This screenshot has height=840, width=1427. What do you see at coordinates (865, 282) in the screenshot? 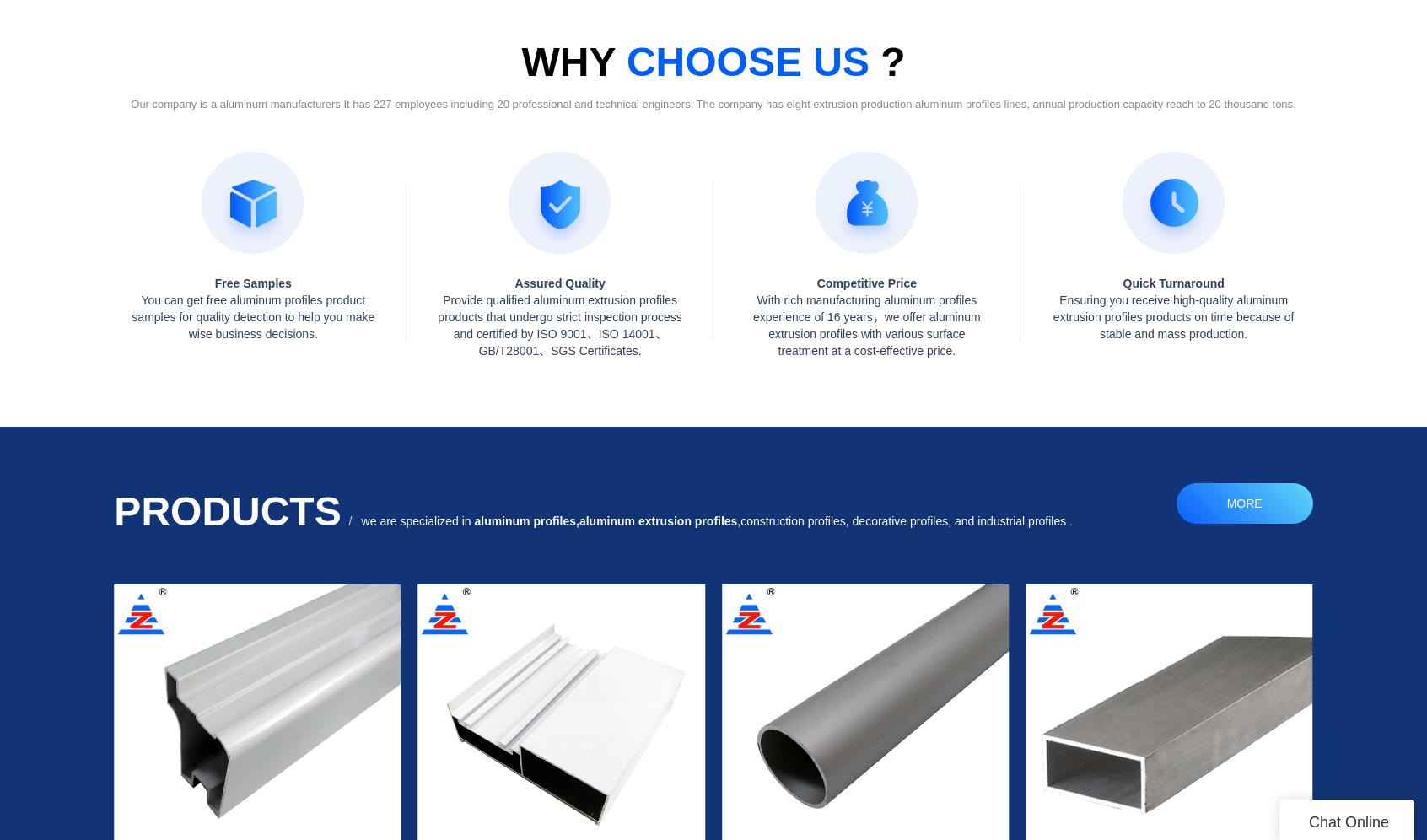
I see `'Competitive Price'` at bounding box center [865, 282].